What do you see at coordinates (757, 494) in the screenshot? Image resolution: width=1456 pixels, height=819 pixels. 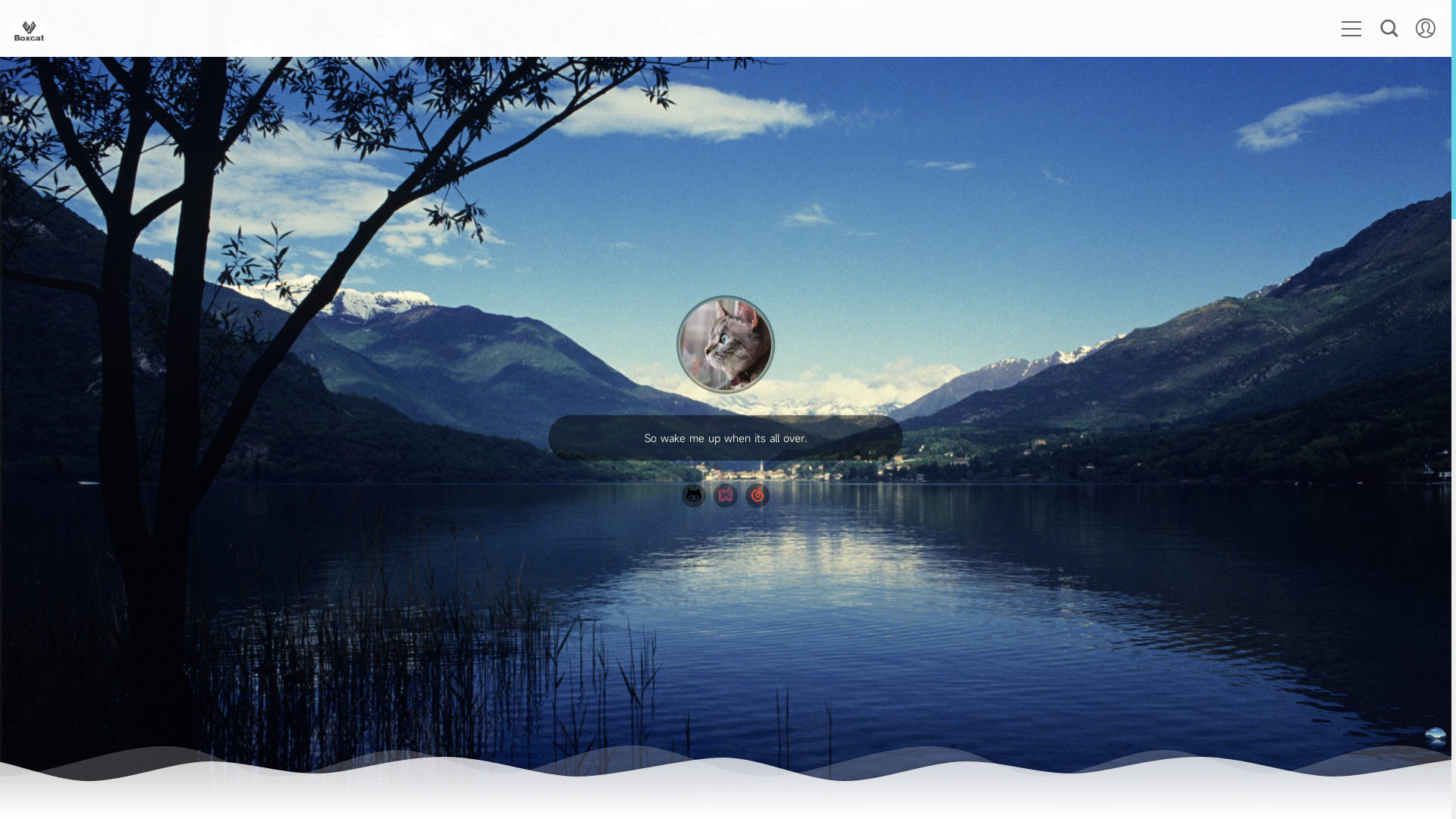 I see `'CloudMusic'` at bounding box center [757, 494].